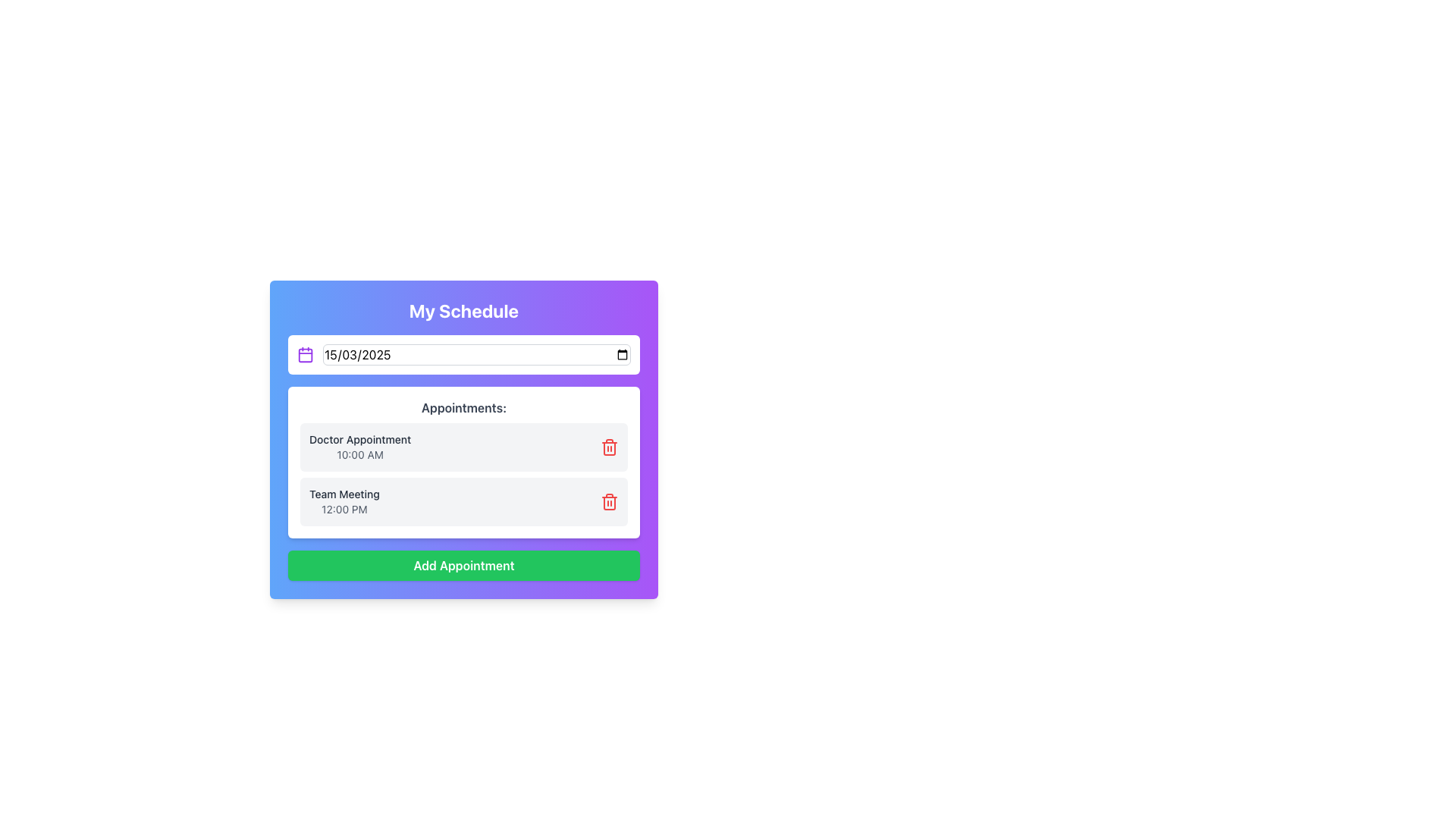  I want to click on the Label element displaying '12:00 PM', which is located below the title 'Team Meeting' in the appointment card, so click(344, 509).